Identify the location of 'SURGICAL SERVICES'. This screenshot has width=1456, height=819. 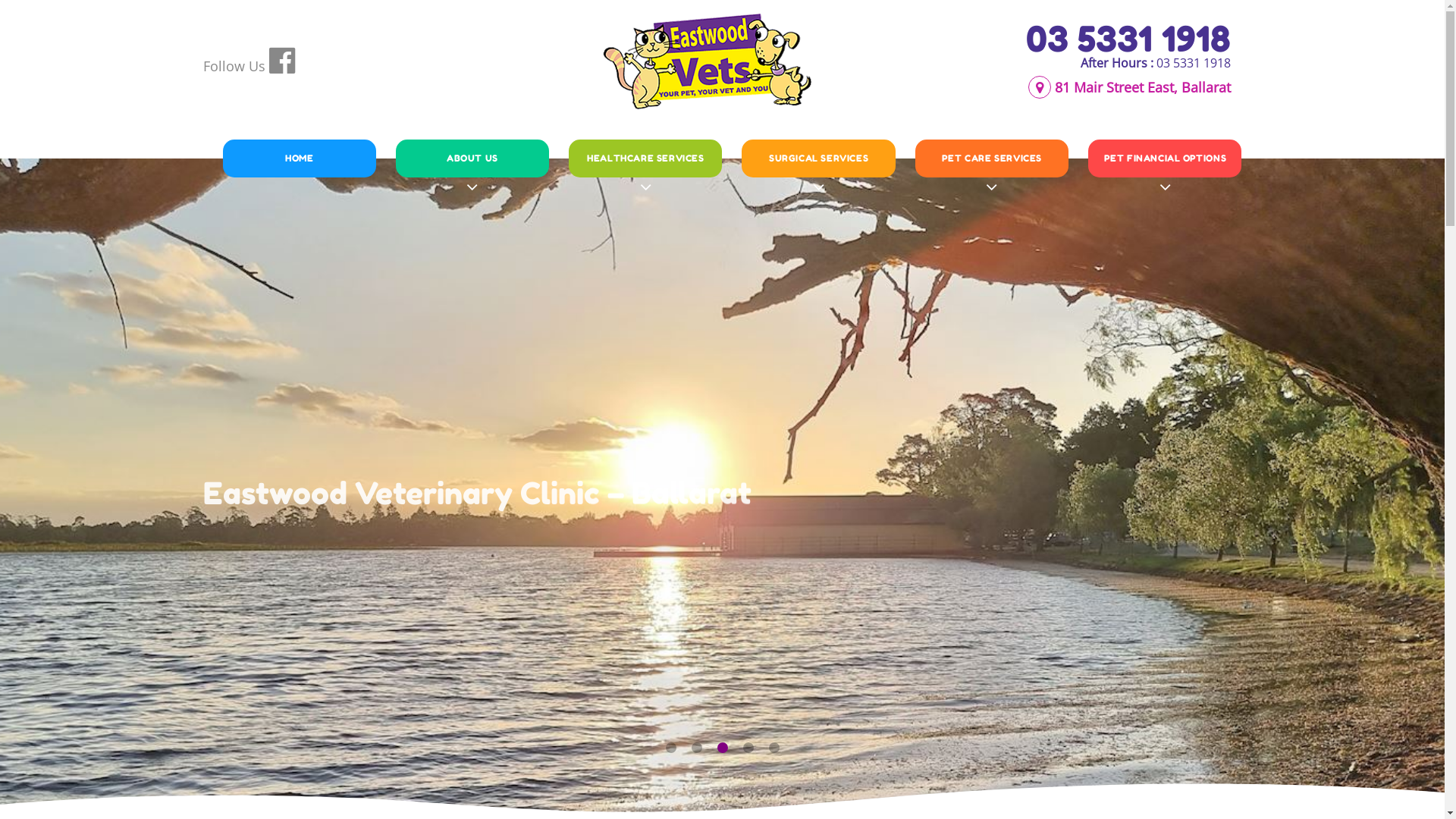
(817, 158).